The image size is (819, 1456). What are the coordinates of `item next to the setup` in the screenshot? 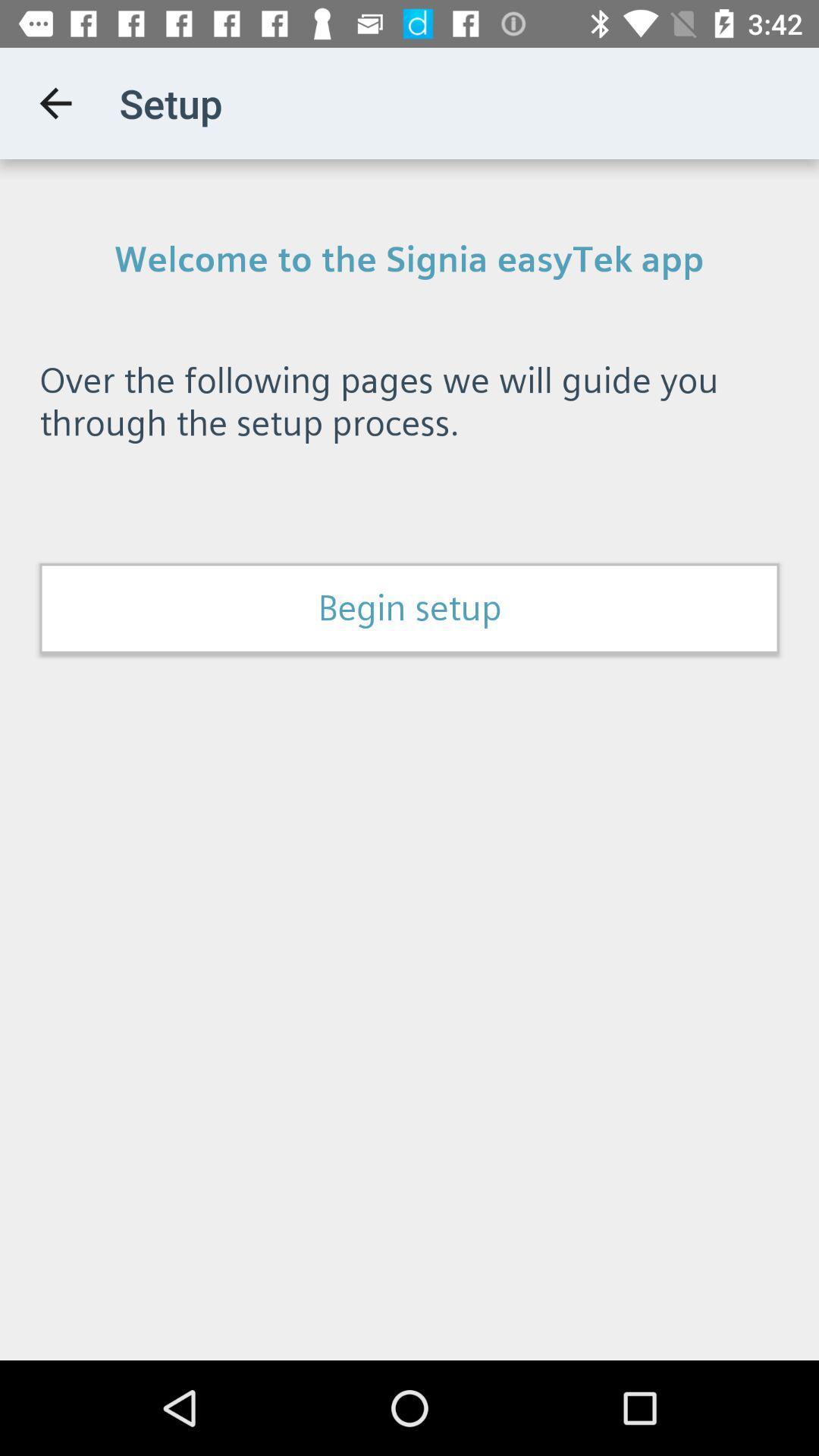 It's located at (55, 102).